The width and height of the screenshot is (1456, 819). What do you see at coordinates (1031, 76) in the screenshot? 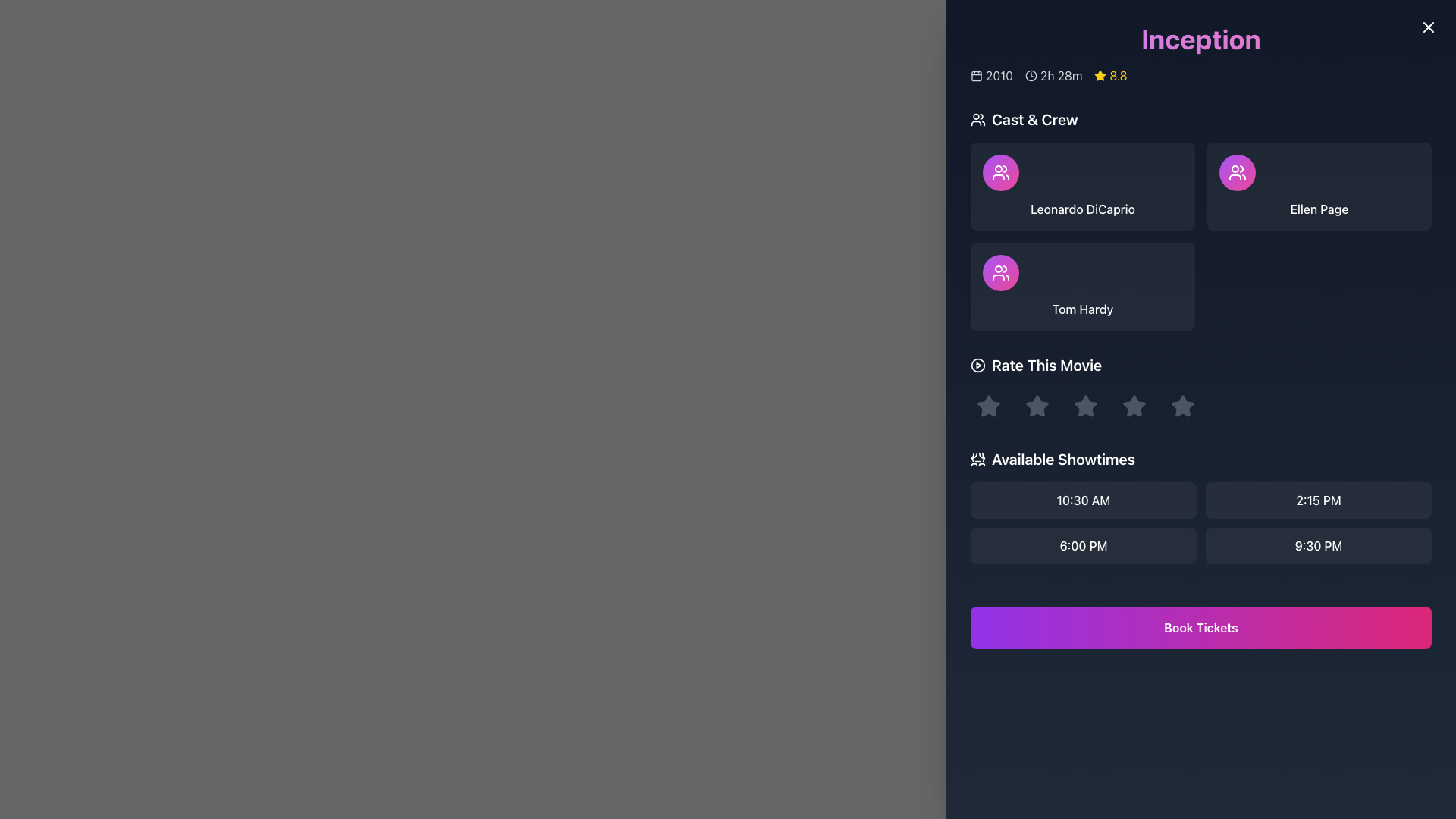
I see `the non-interactive decorative SVG clock icon located at the top-center of the interface, next to the text '2h 28m'` at bounding box center [1031, 76].